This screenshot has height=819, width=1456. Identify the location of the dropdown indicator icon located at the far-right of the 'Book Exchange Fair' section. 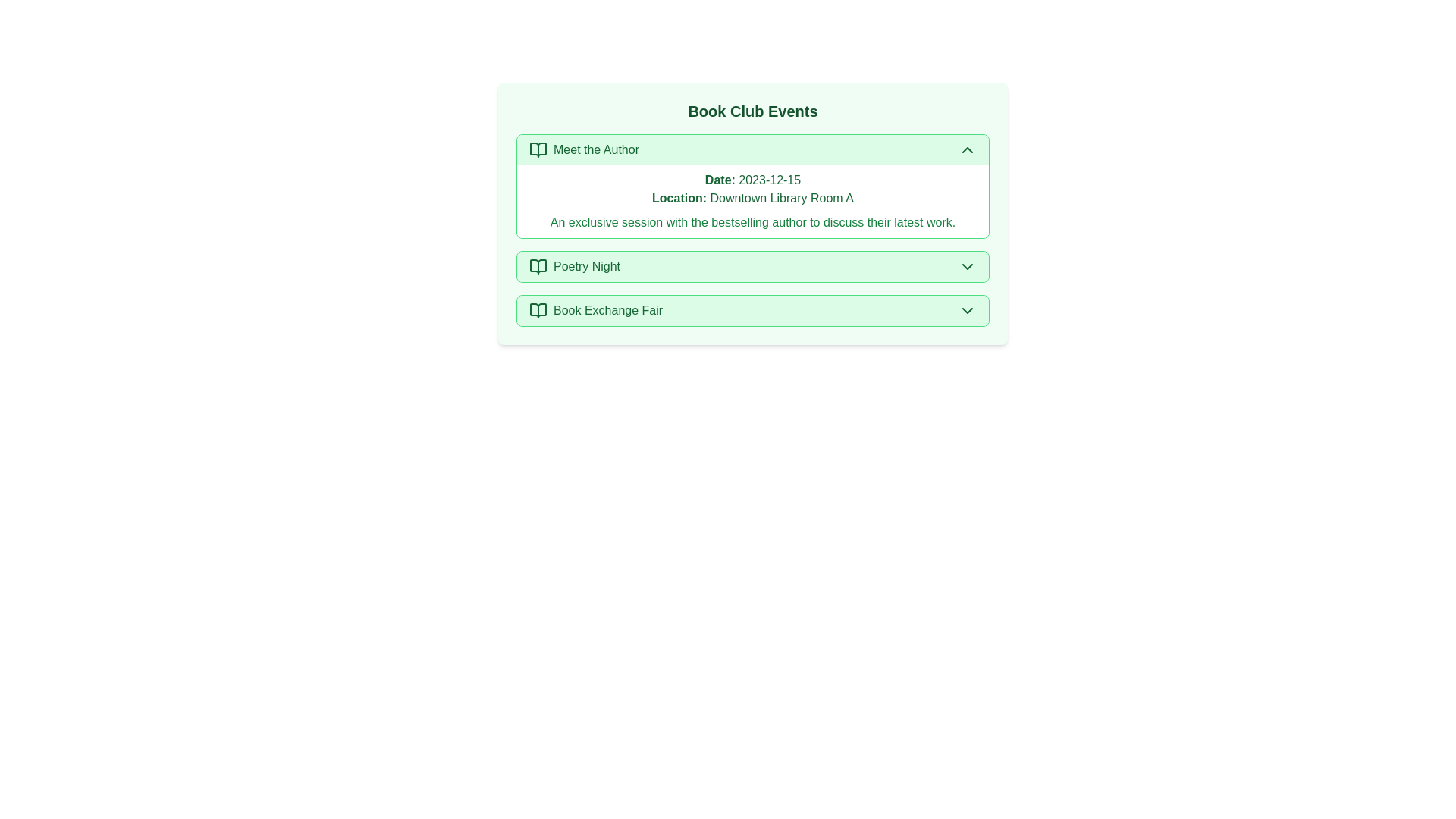
(967, 309).